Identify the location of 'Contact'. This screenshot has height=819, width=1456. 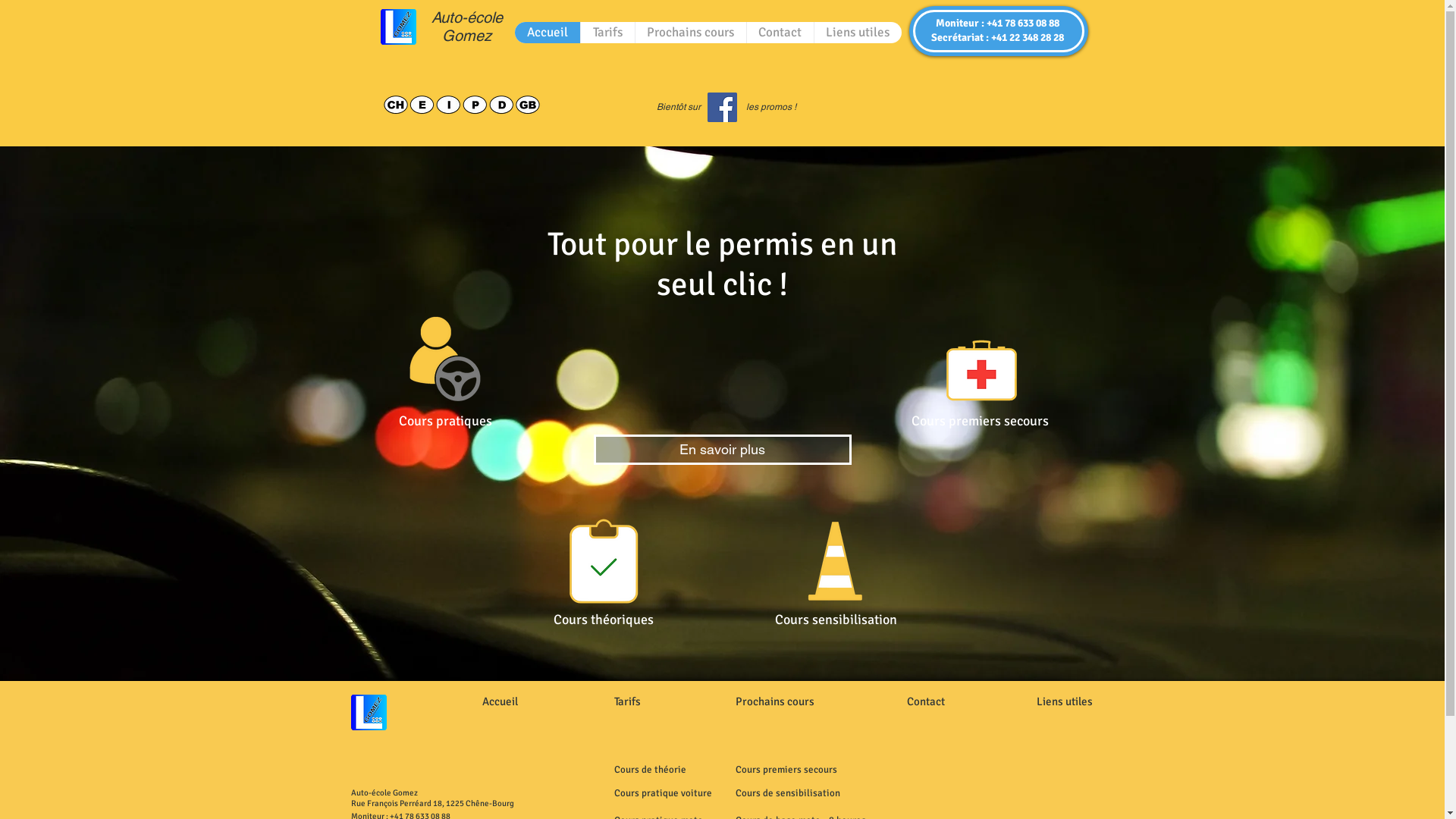
(780, 32).